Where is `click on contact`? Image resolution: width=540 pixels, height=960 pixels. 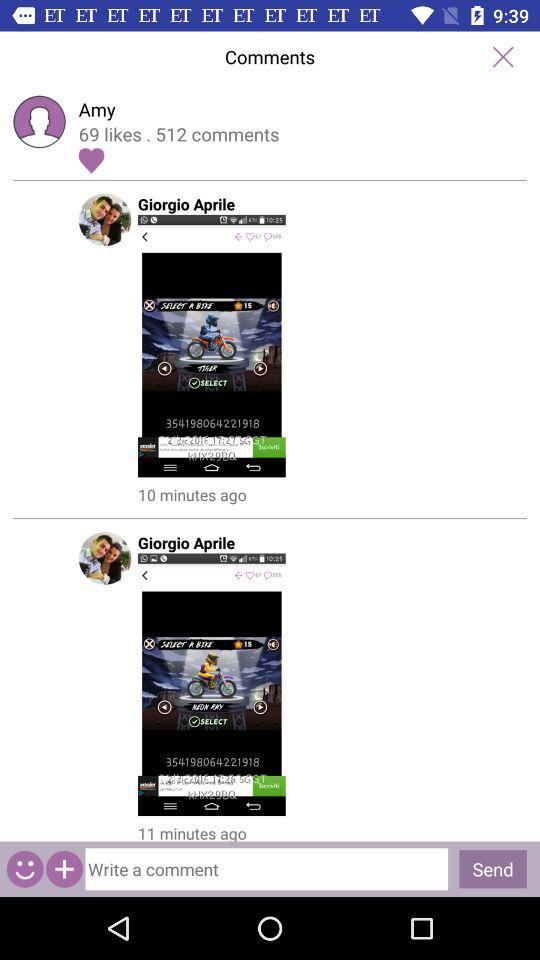 click on contact is located at coordinates (64, 868).